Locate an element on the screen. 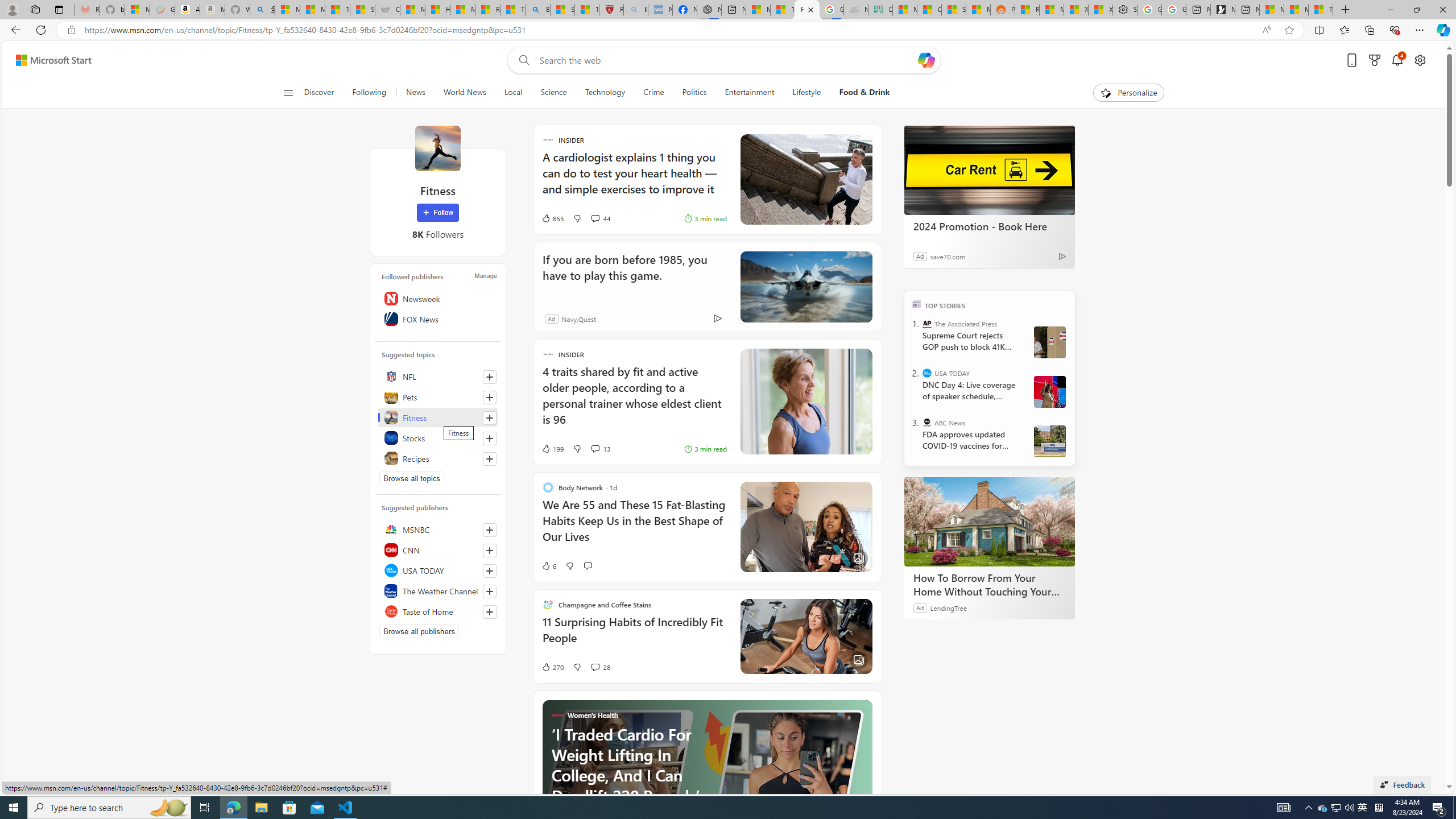 This screenshot has width=1456, height=819. 'The Associated Press' is located at coordinates (927, 323).